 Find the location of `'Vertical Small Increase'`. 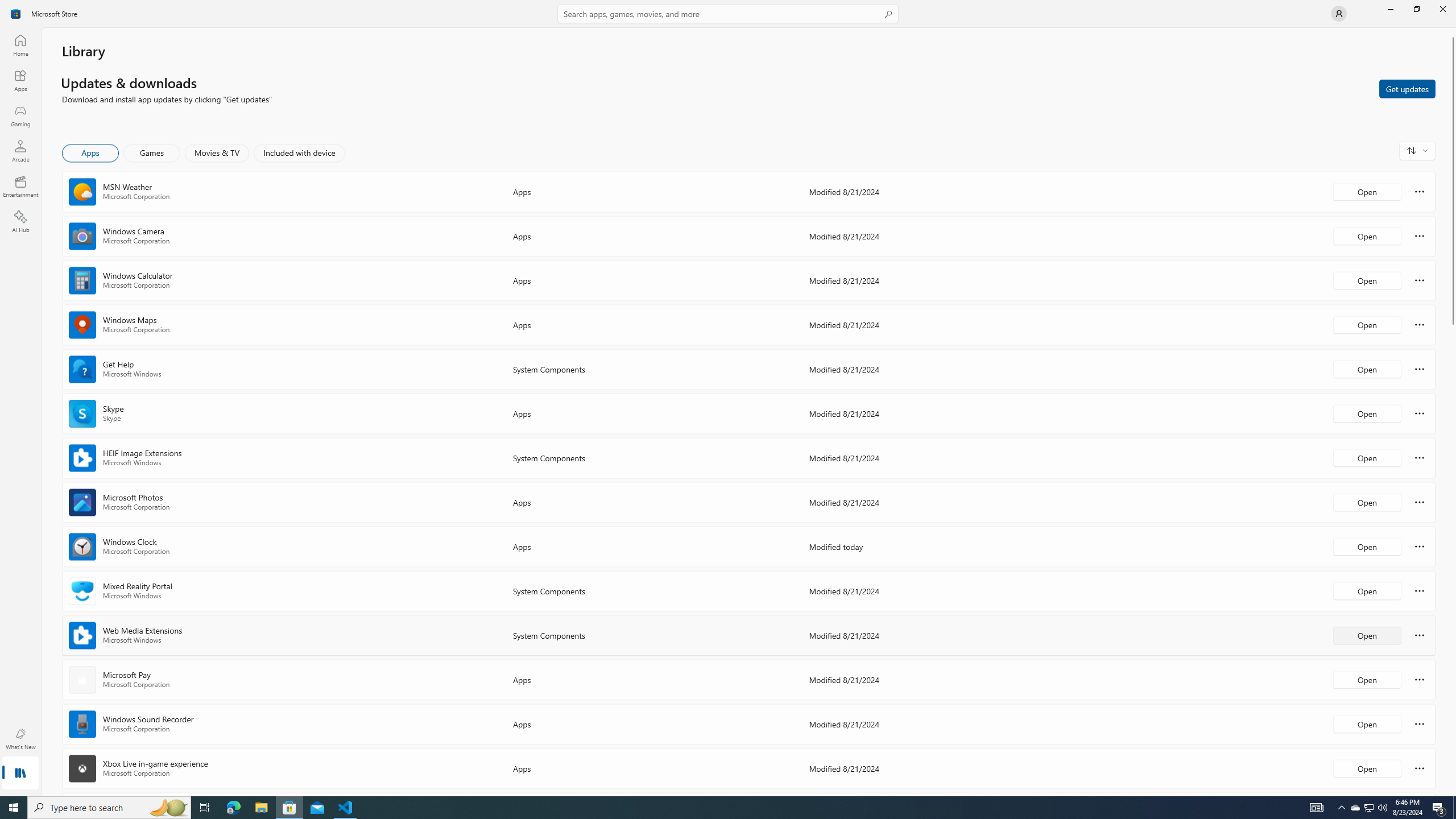

'Vertical Small Increase' is located at coordinates (1451, 792).